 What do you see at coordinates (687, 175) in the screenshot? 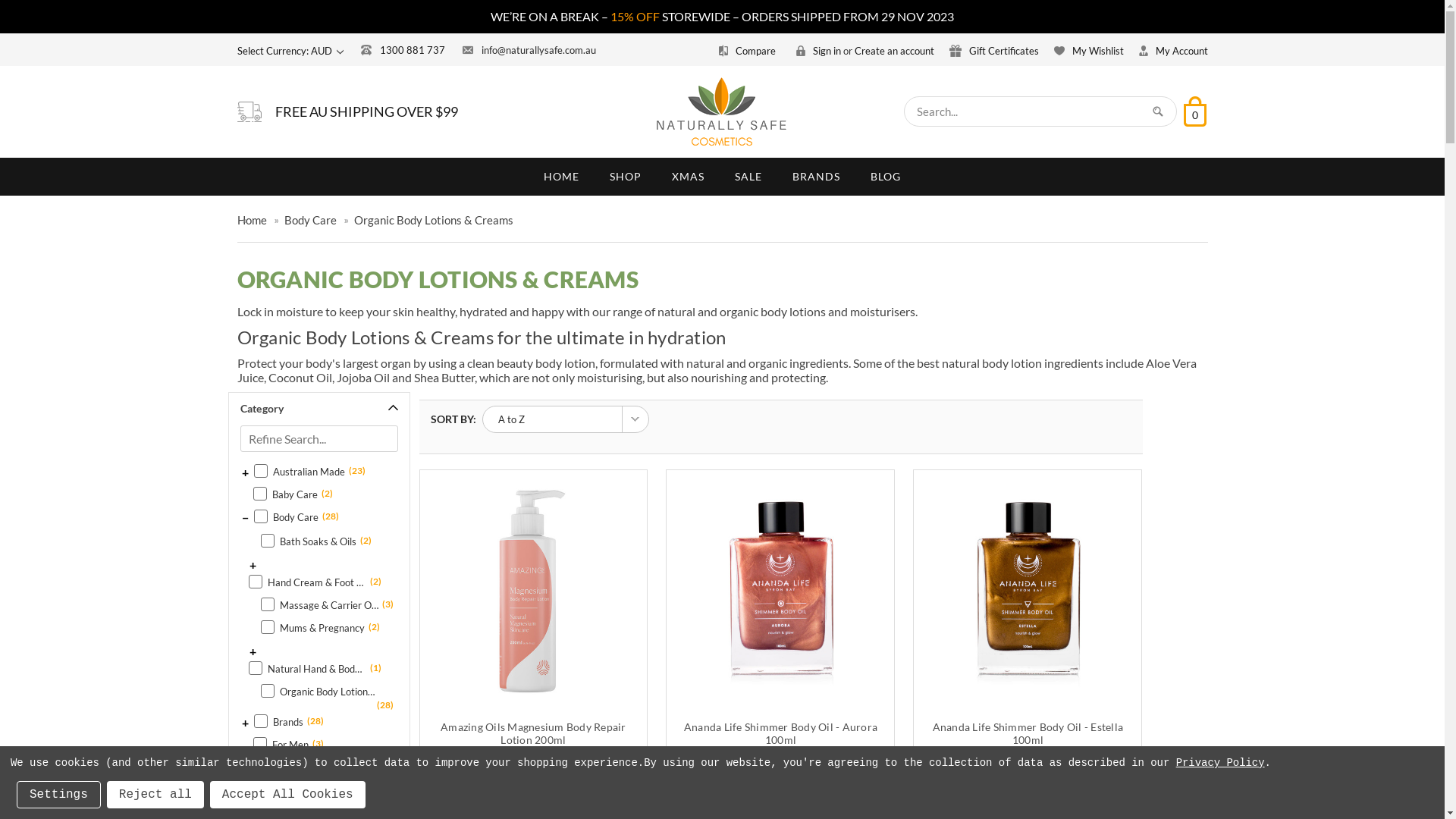
I see `'XMAS'` at bounding box center [687, 175].